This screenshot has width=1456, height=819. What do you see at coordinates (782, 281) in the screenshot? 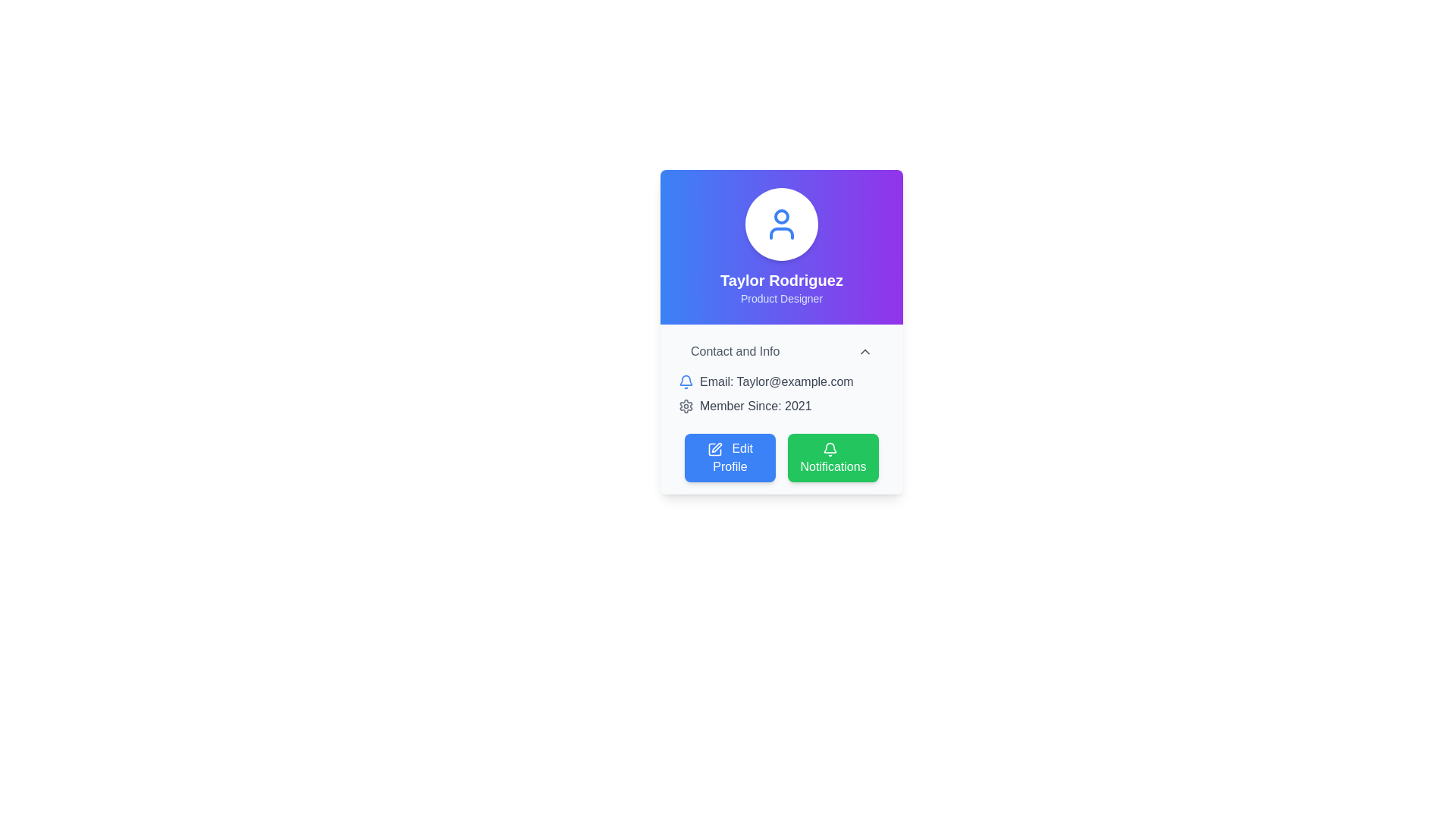
I see `the user name text element displayed prominently at the top of the profile card, which is centered above the 'Product Designer' text` at bounding box center [782, 281].